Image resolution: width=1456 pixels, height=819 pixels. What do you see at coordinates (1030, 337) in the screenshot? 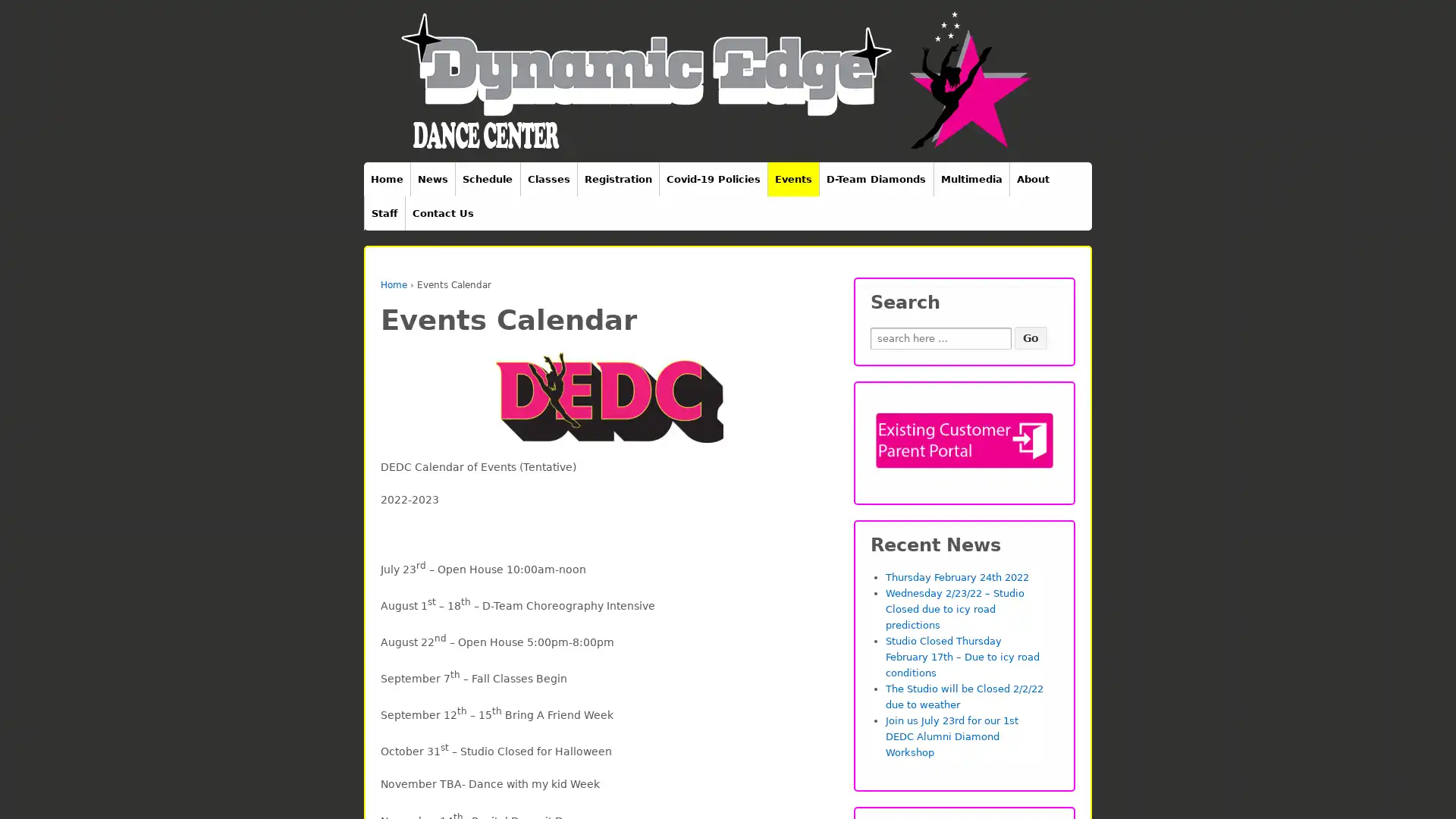
I see `Go` at bounding box center [1030, 337].